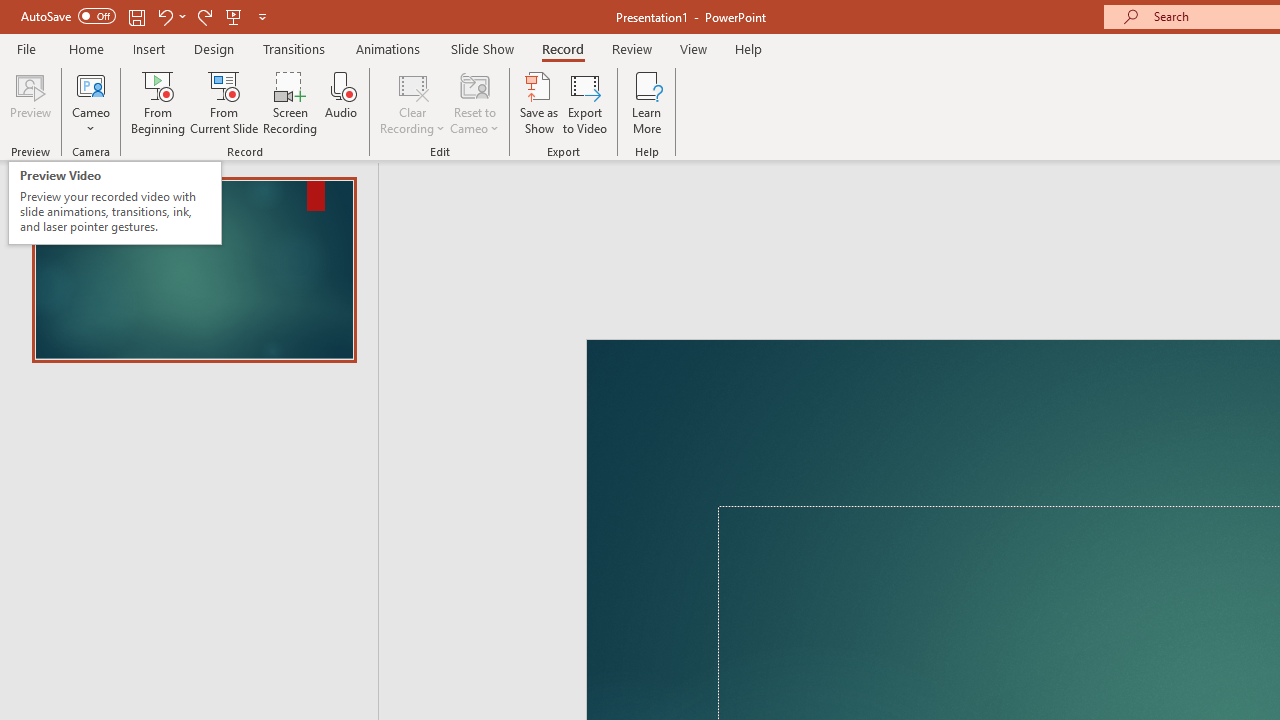 This screenshot has height=720, width=1280. I want to click on 'From Beginning...', so click(157, 103).